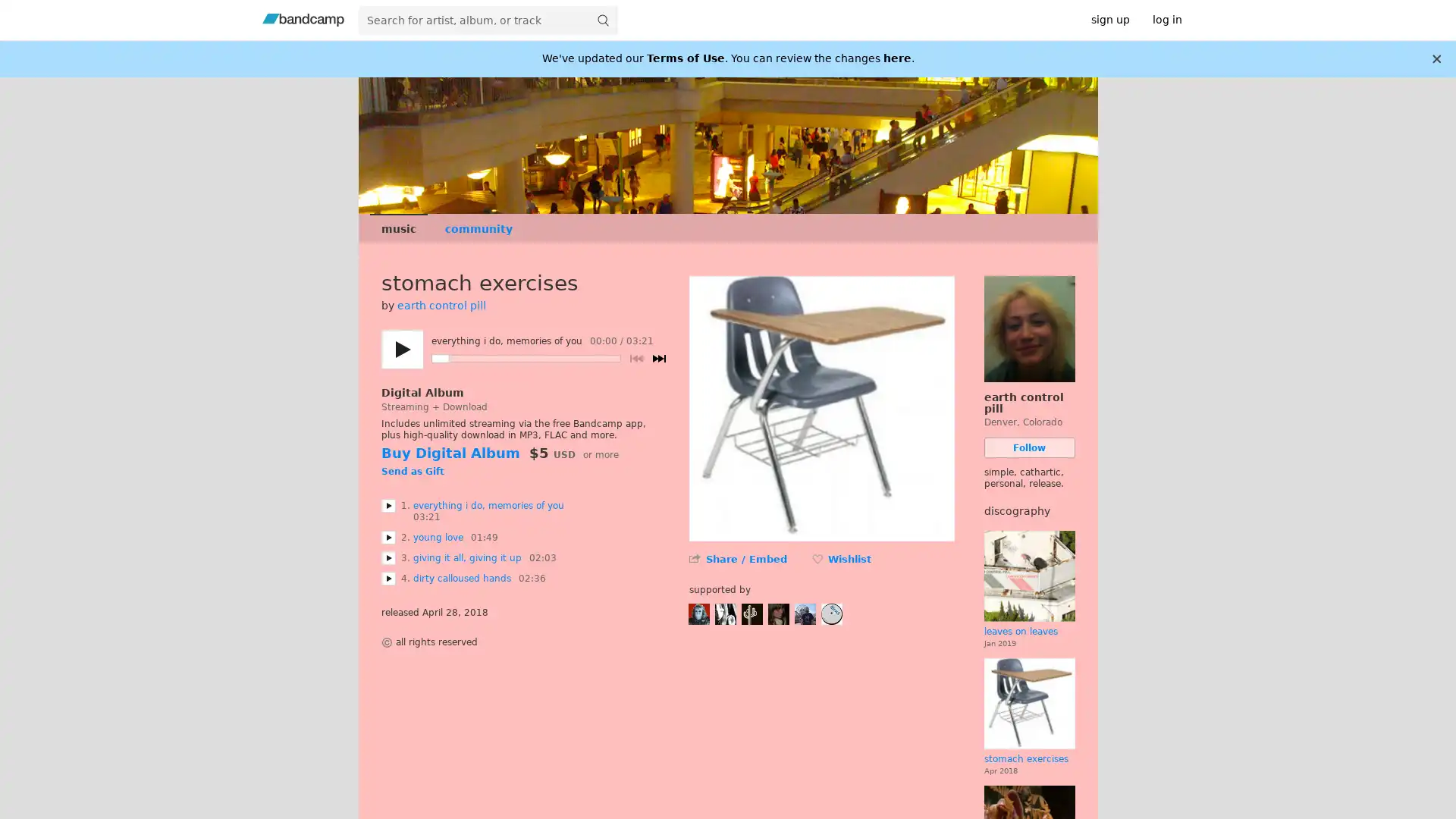 This screenshot has height=819, width=1456. What do you see at coordinates (449, 452) in the screenshot?
I see `Buy Digital Album` at bounding box center [449, 452].